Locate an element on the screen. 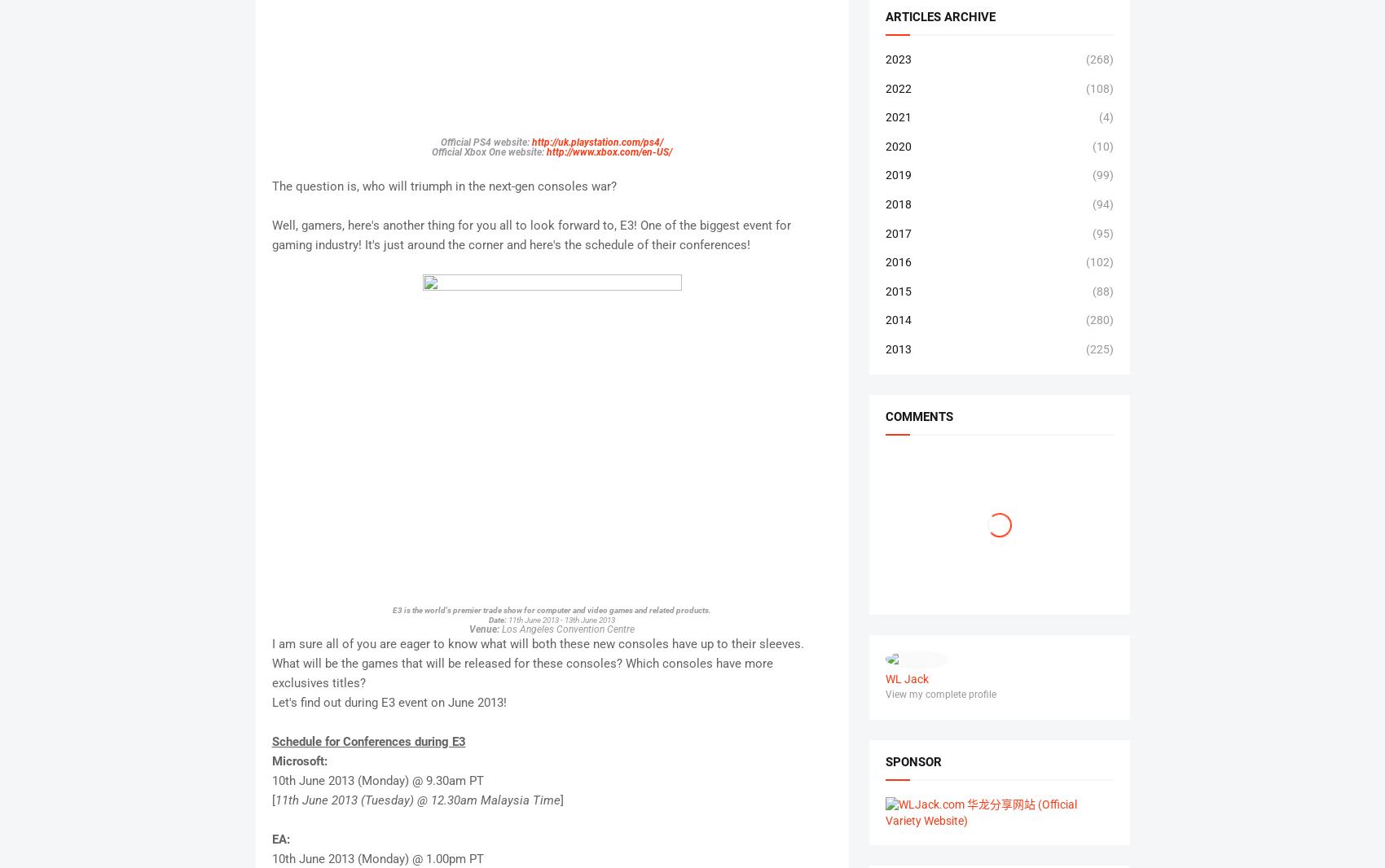  'sponsor' is located at coordinates (912, 774).